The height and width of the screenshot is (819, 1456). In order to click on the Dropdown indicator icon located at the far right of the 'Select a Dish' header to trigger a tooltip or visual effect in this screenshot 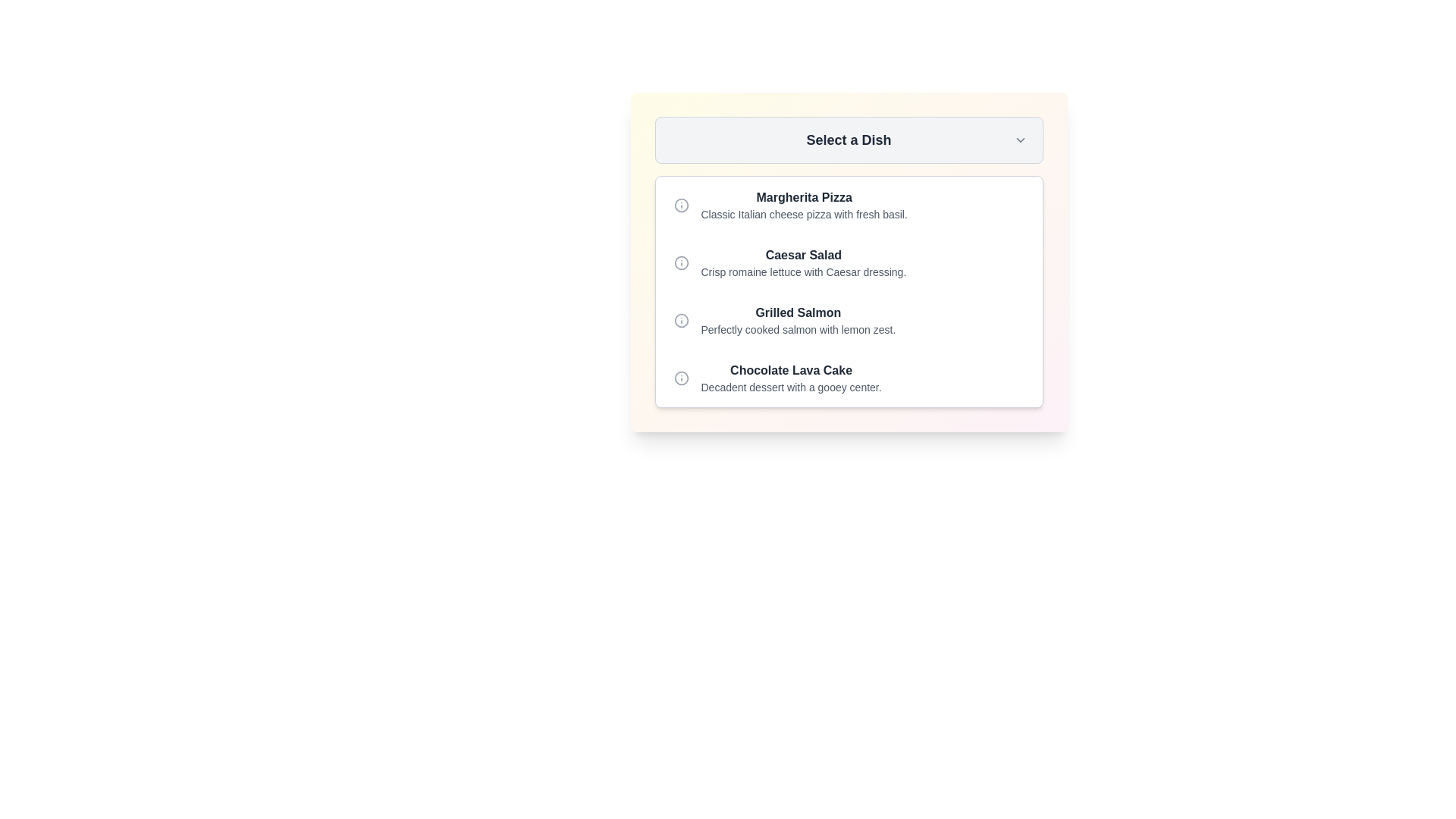, I will do `click(1020, 140)`.